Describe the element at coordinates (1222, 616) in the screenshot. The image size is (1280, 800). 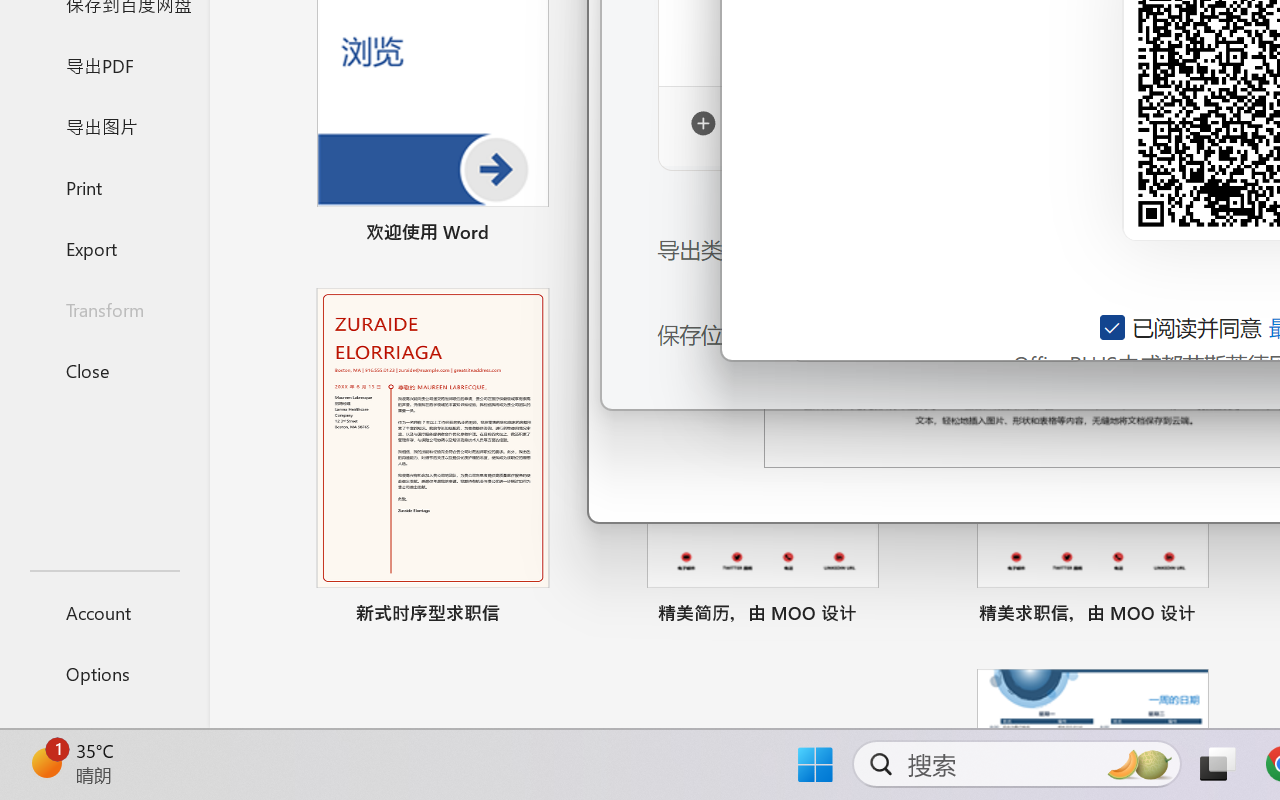
I see `'Pin to list'` at that location.